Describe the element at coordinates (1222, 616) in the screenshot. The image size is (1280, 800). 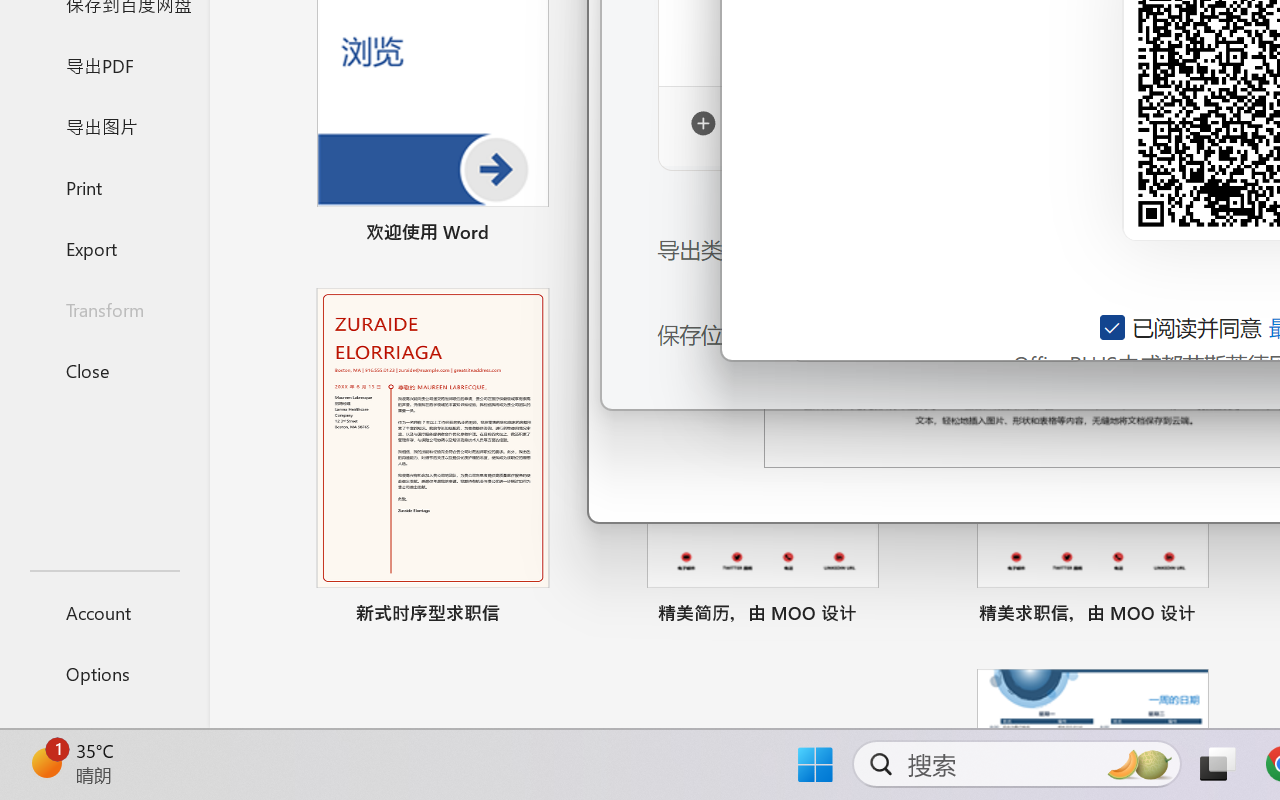
I see `'Pin to list'` at that location.